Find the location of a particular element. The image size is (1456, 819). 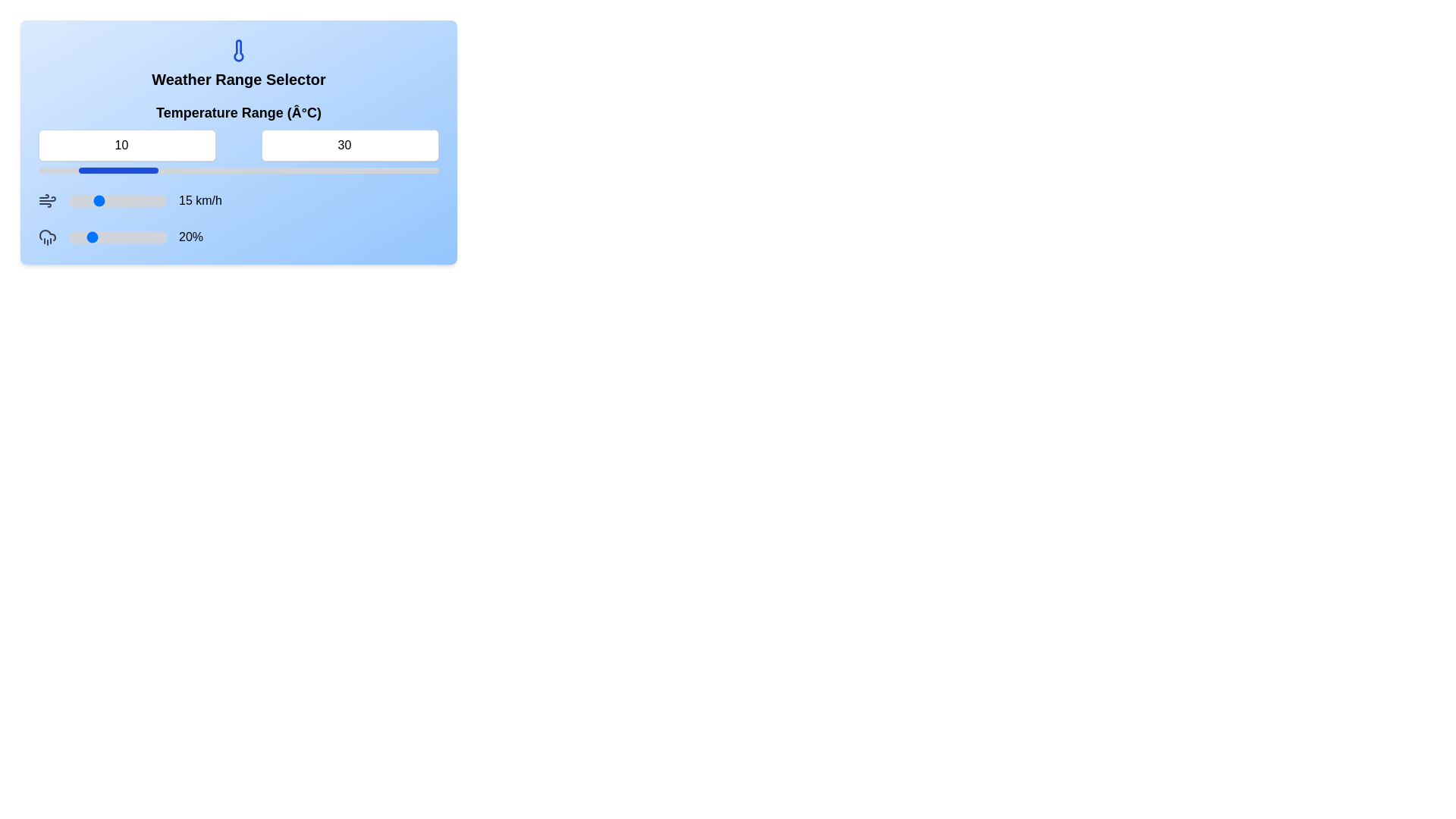

the wind speed is located at coordinates (68, 200).